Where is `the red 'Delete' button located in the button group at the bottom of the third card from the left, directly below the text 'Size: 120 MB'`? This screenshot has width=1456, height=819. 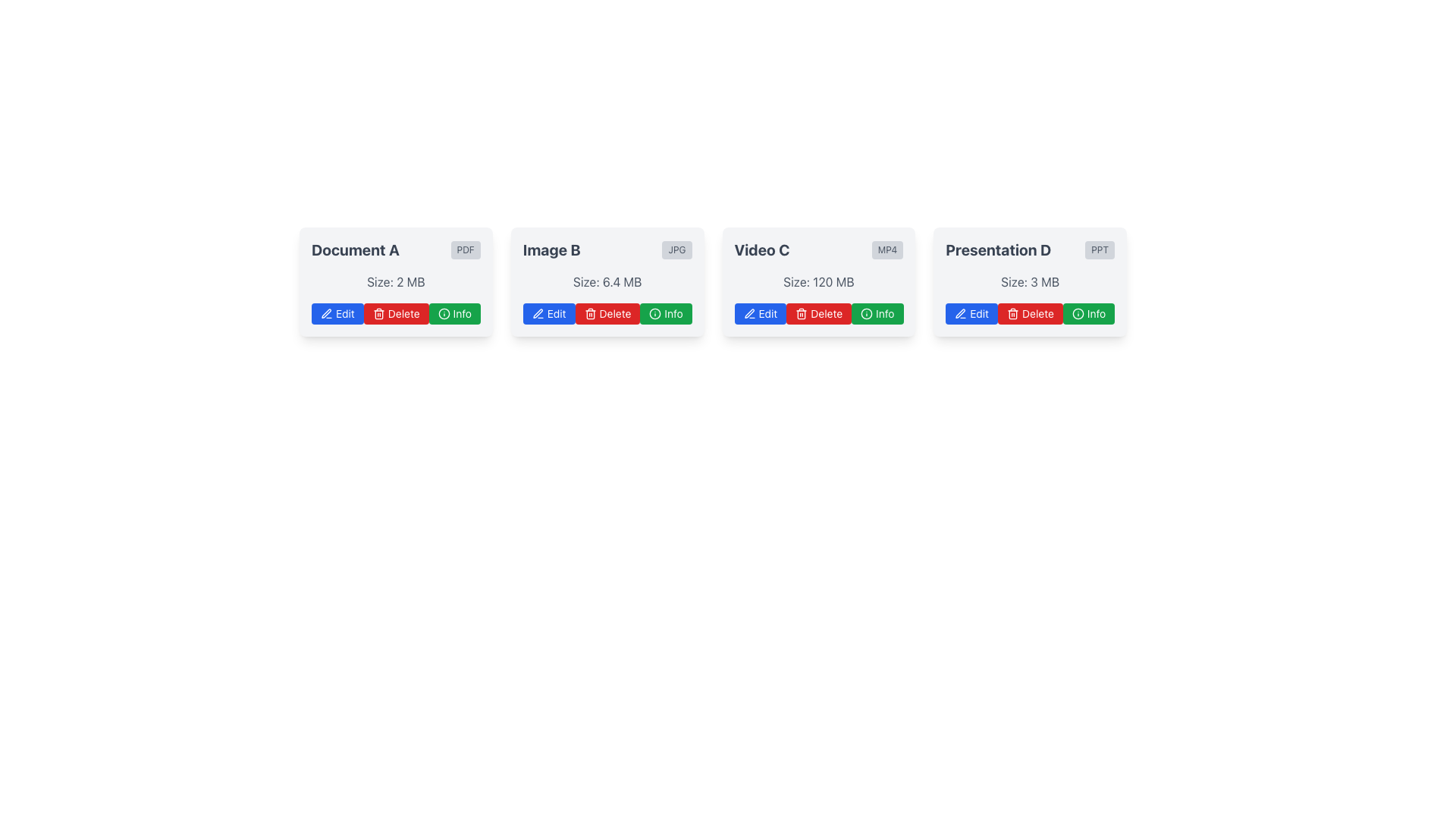
the red 'Delete' button located in the button group at the bottom of the third card from the left, directly below the text 'Size: 120 MB' is located at coordinates (817, 312).